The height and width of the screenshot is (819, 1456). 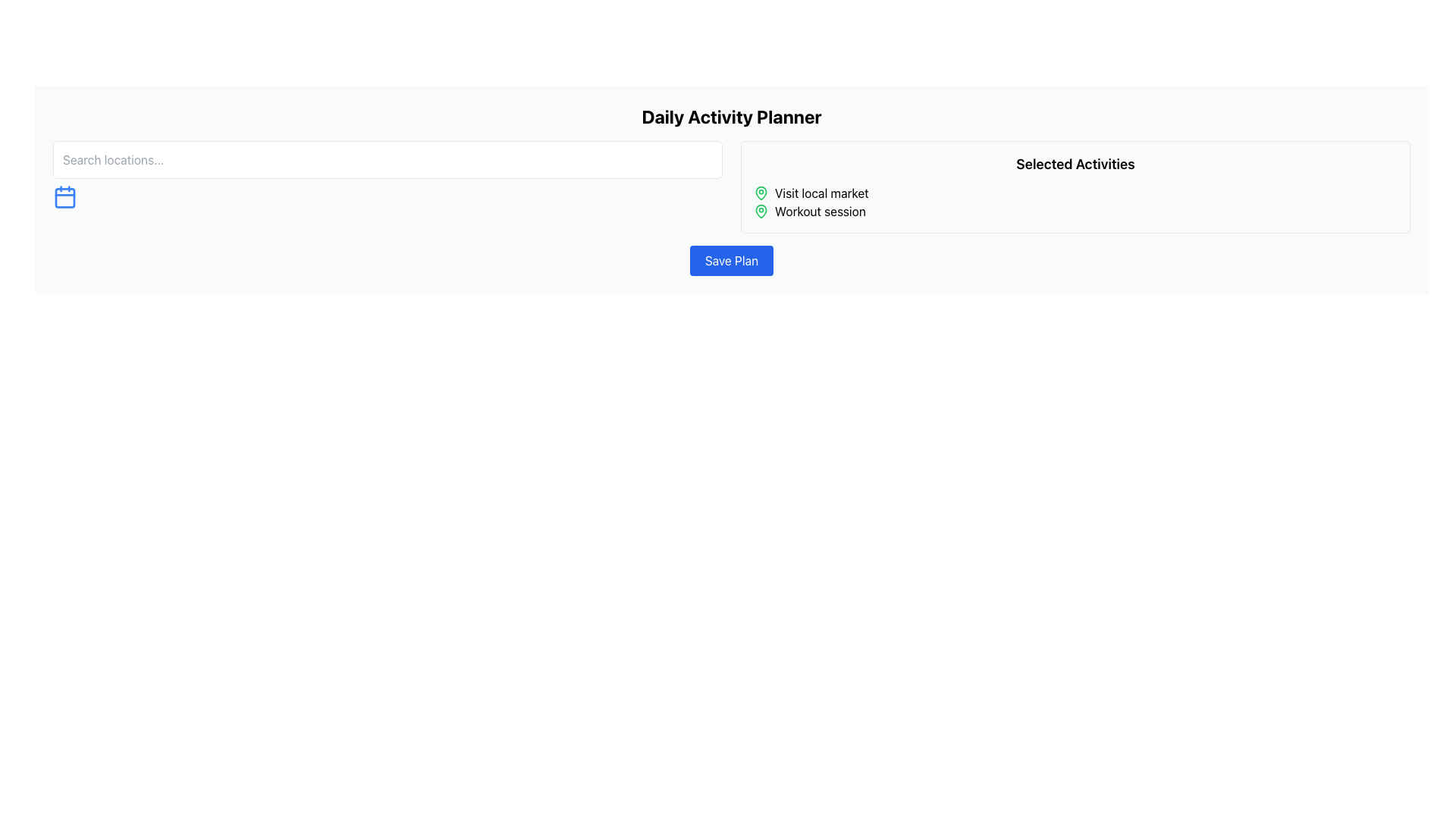 I want to click on the SVG icon representing 'Visit local market', which is located on the left of the corresponding text in the 'Selected Activities' section, so click(x=761, y=192).